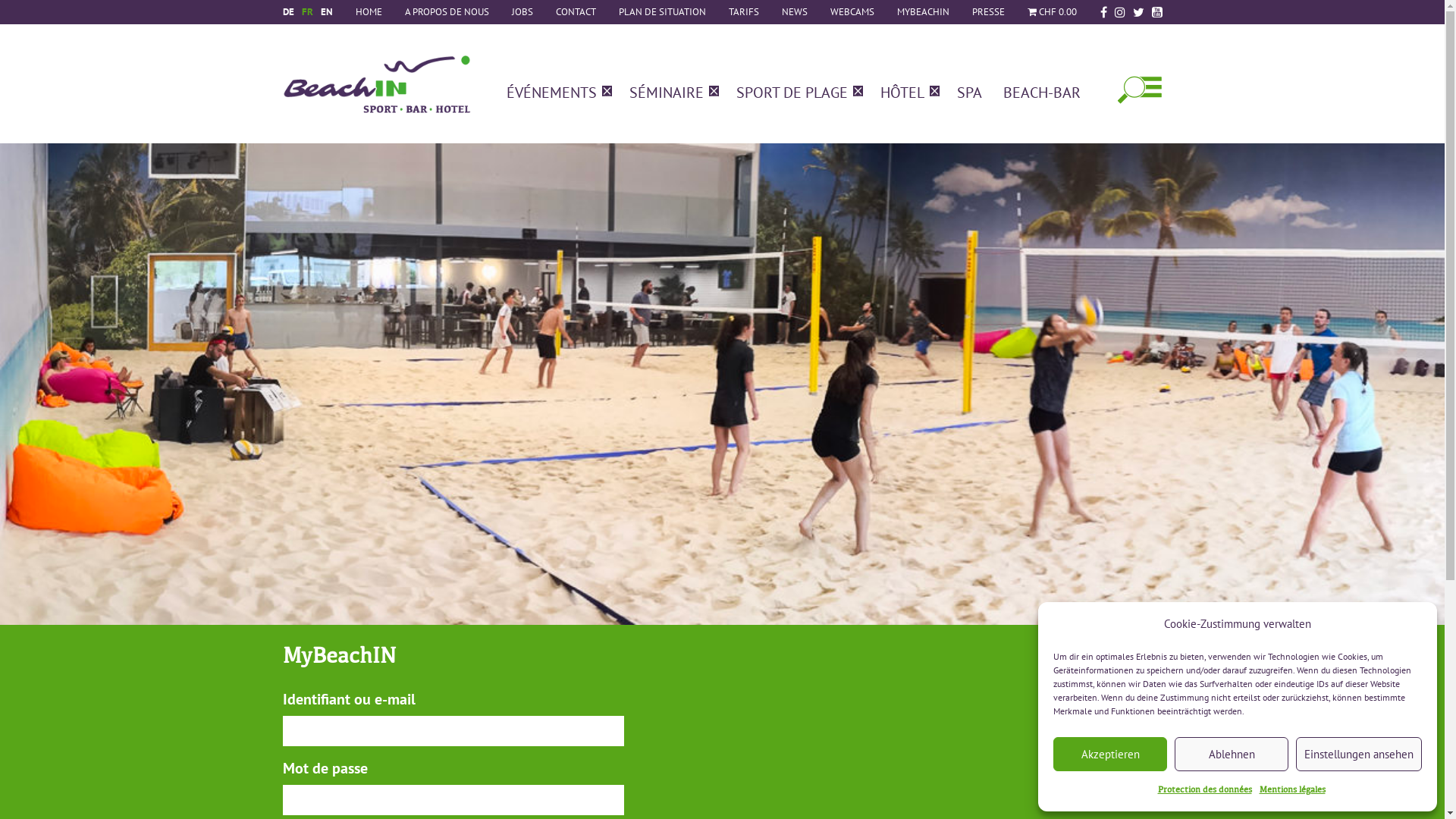 This screenshot has width=1456, height=819. What do you see at coordinates (575, 11) in the screenshot?
I see `'CONTACT'` at bounding box center [575, 11].